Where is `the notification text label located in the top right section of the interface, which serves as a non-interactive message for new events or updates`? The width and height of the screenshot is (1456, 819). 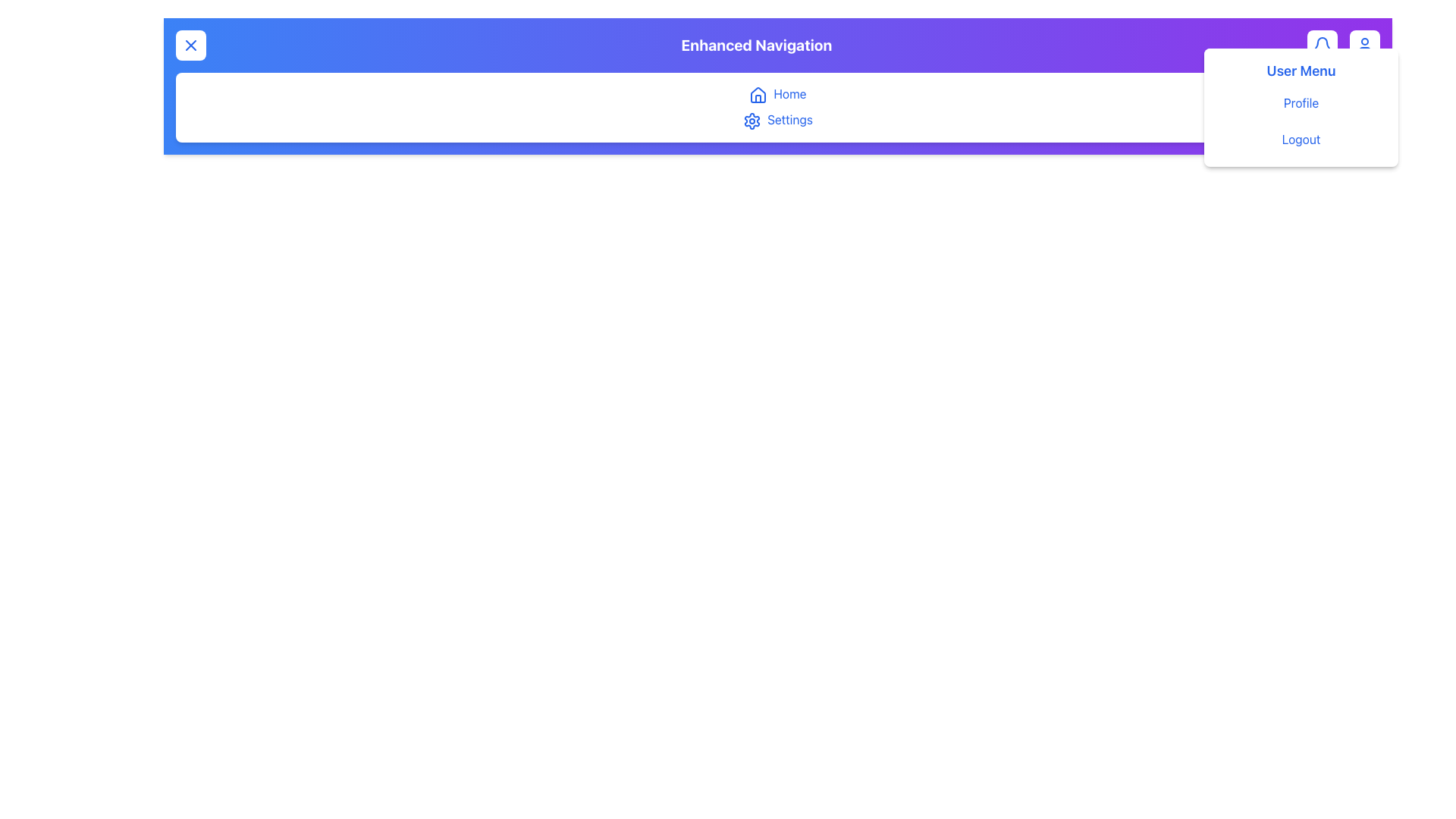 the notification text label located in the top right section of the interface, which serves as a non-interactive message for new events or updates is located at coordinates (1301, 102).